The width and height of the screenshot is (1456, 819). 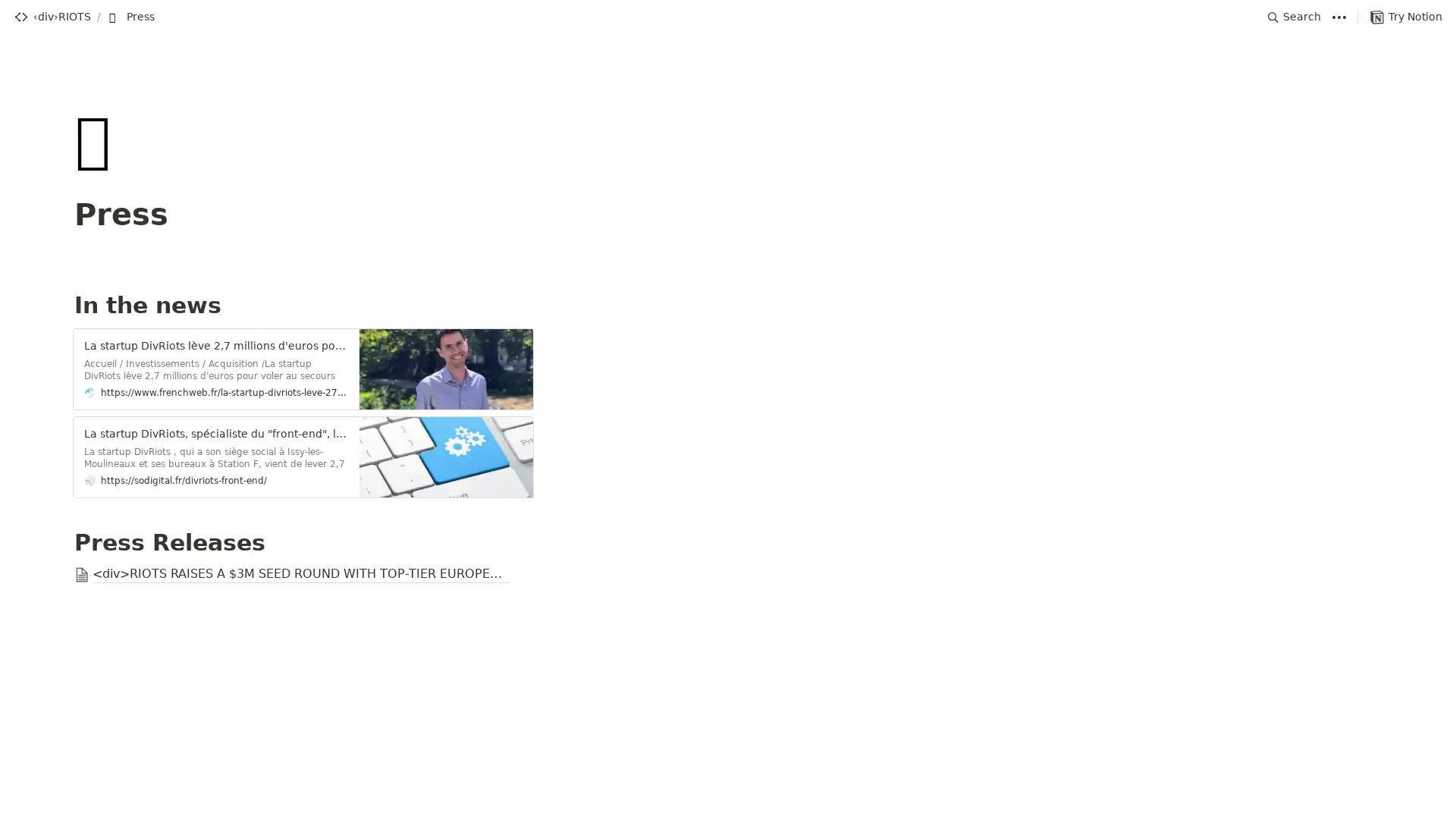 I want to click on Press, so click(x=130, y=17).